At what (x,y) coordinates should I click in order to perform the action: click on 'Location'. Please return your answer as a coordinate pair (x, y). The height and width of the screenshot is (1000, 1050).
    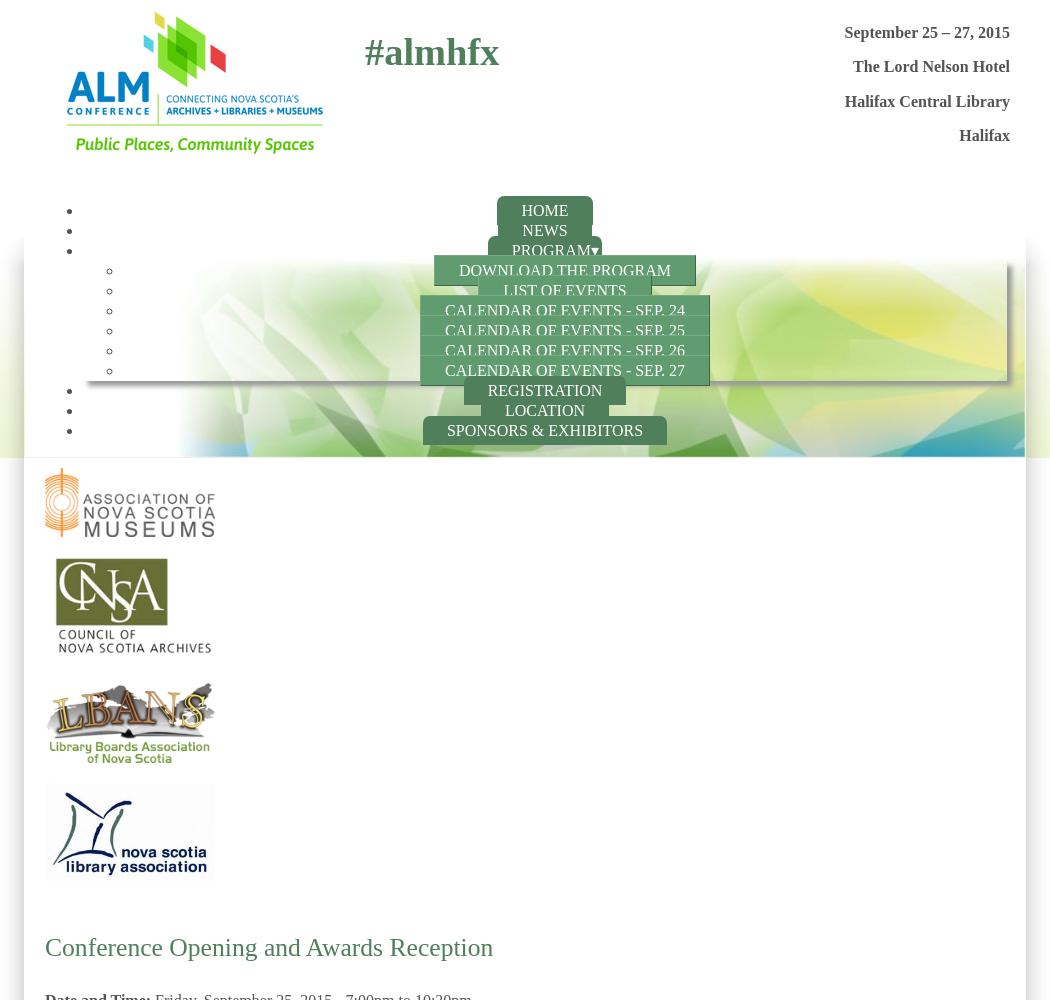
    Looking at the image, I should click on (544, 410).